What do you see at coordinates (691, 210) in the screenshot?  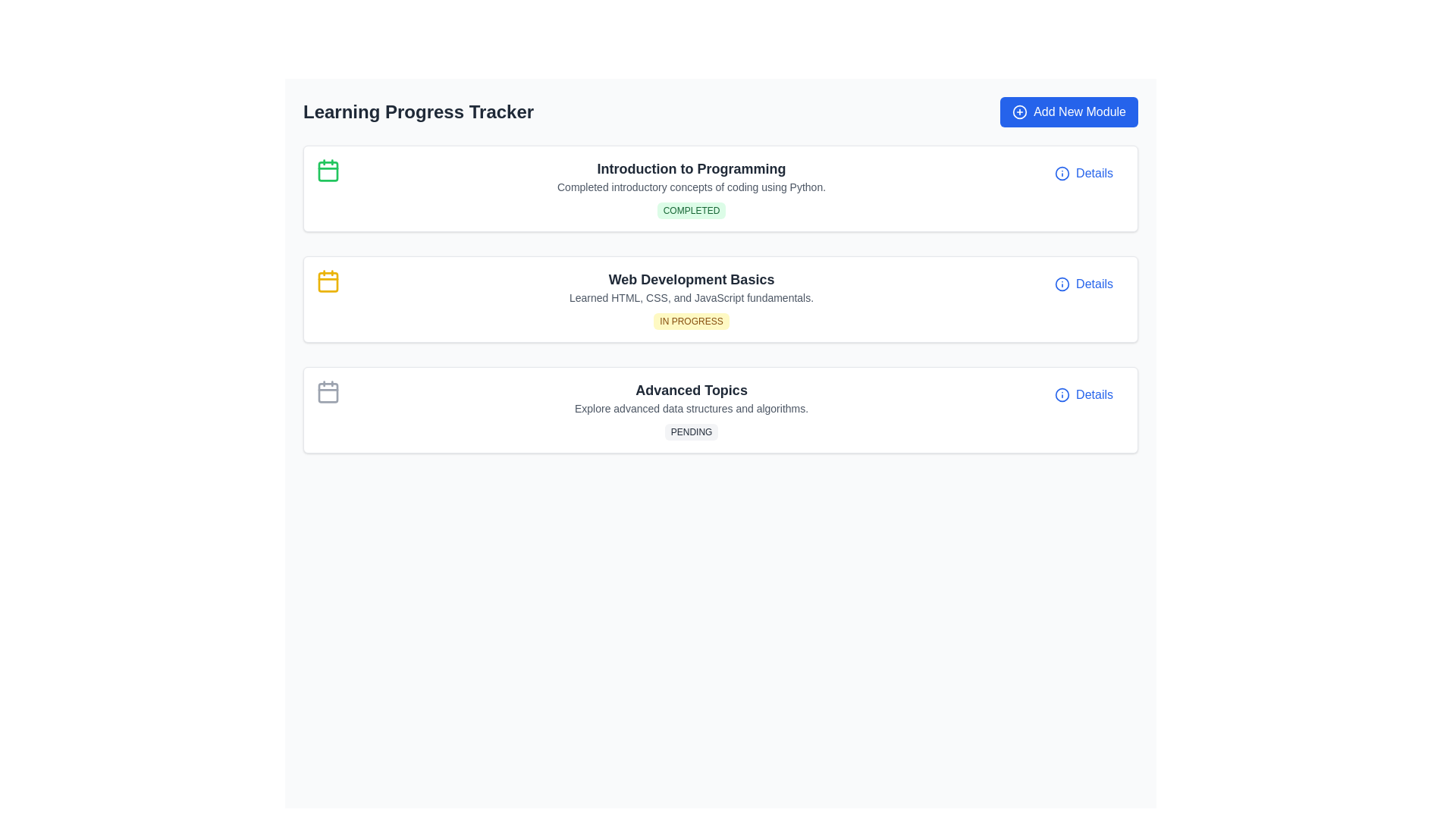 I see `the green-labeled badge displaying 'COMPLETED' with a light green background and dark green text, located at the bottom-right section of the 'Introduction to Programming' card` at bounding box center [691, 210].